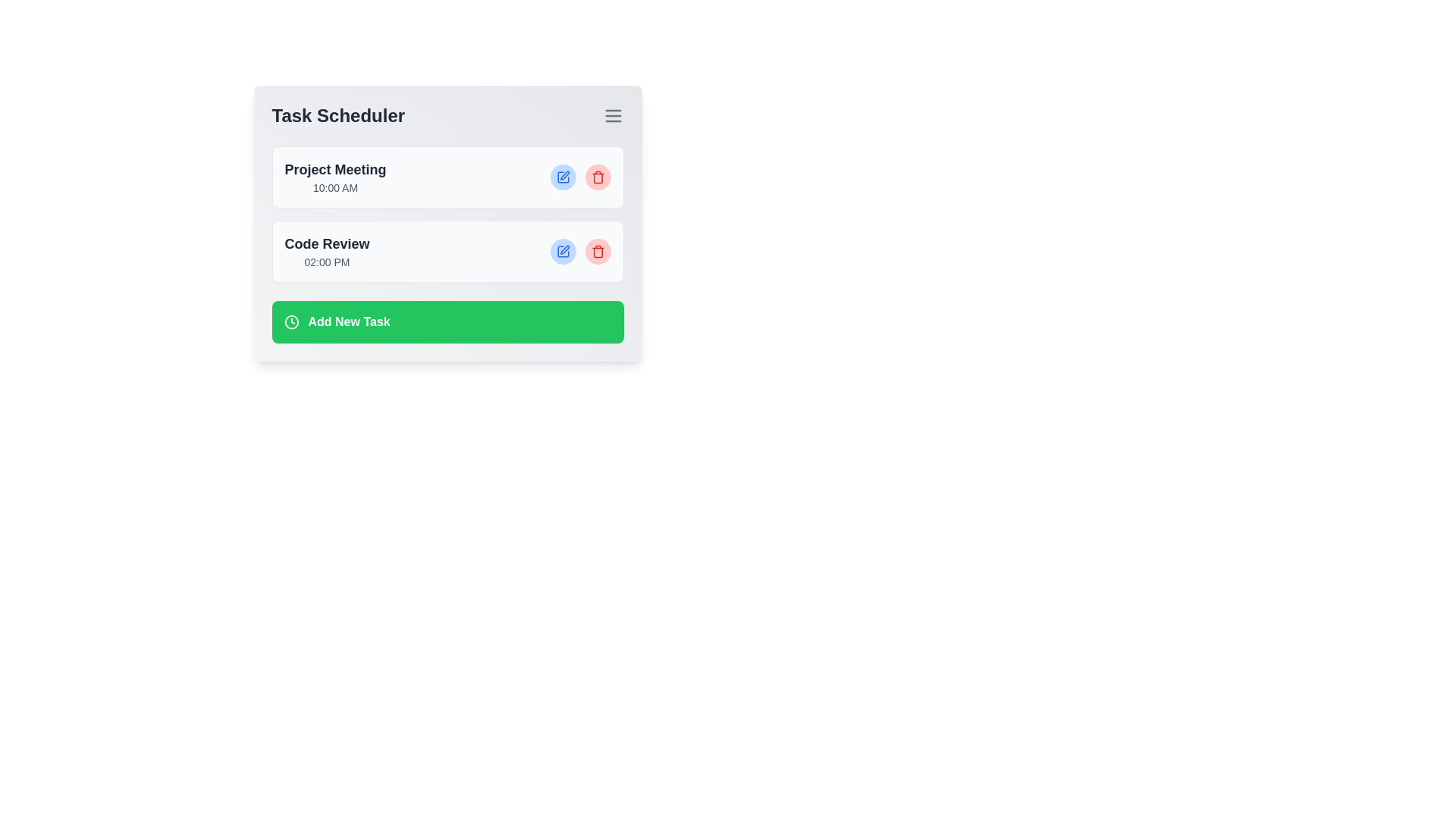 The height and width of the screenshot is (819, 1456). Describe the element at coordinates (597, 250) in the screenshot. I see `the circular red button with a trash can icon` at that location.